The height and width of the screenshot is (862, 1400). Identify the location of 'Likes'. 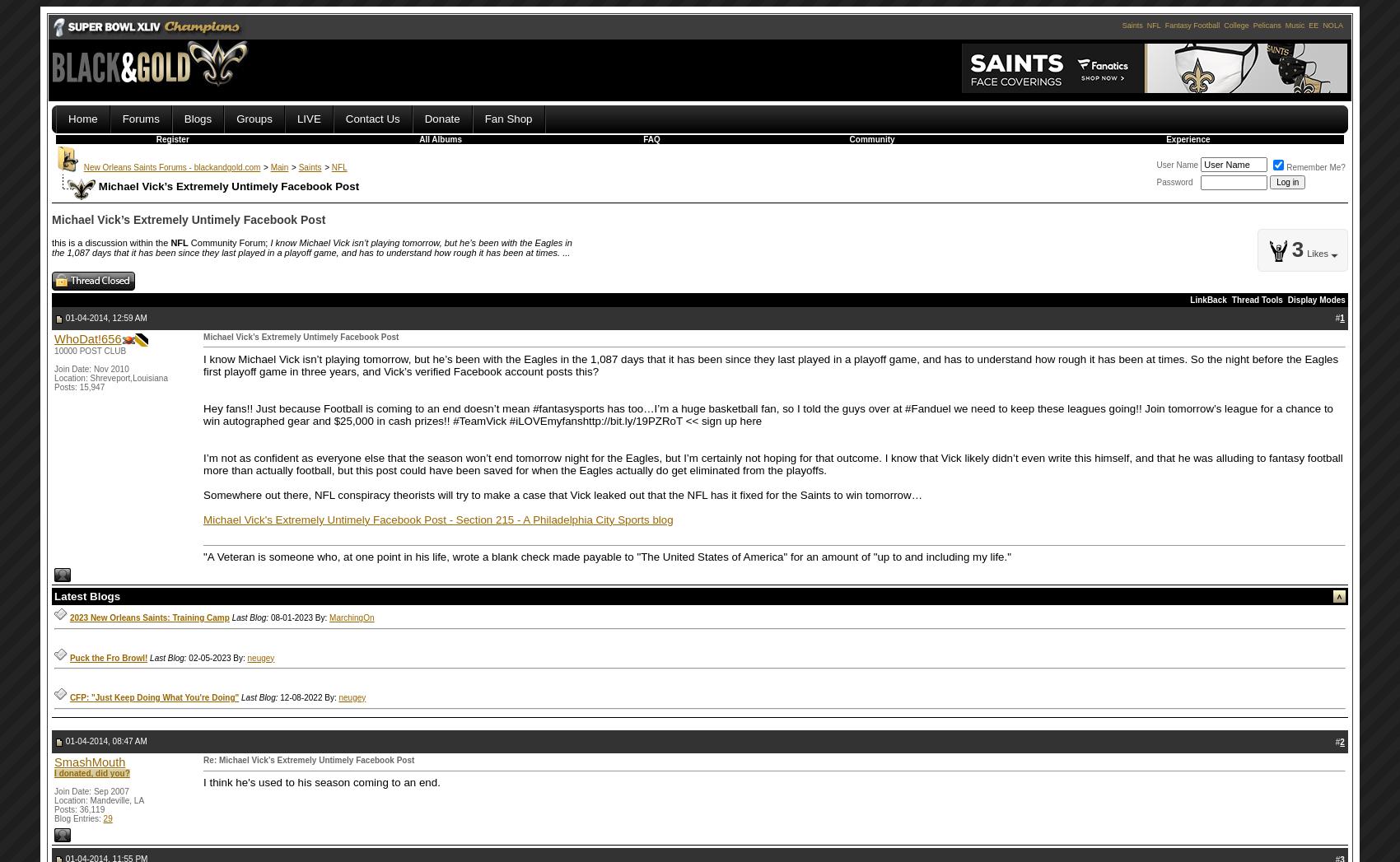
(1316, 251).